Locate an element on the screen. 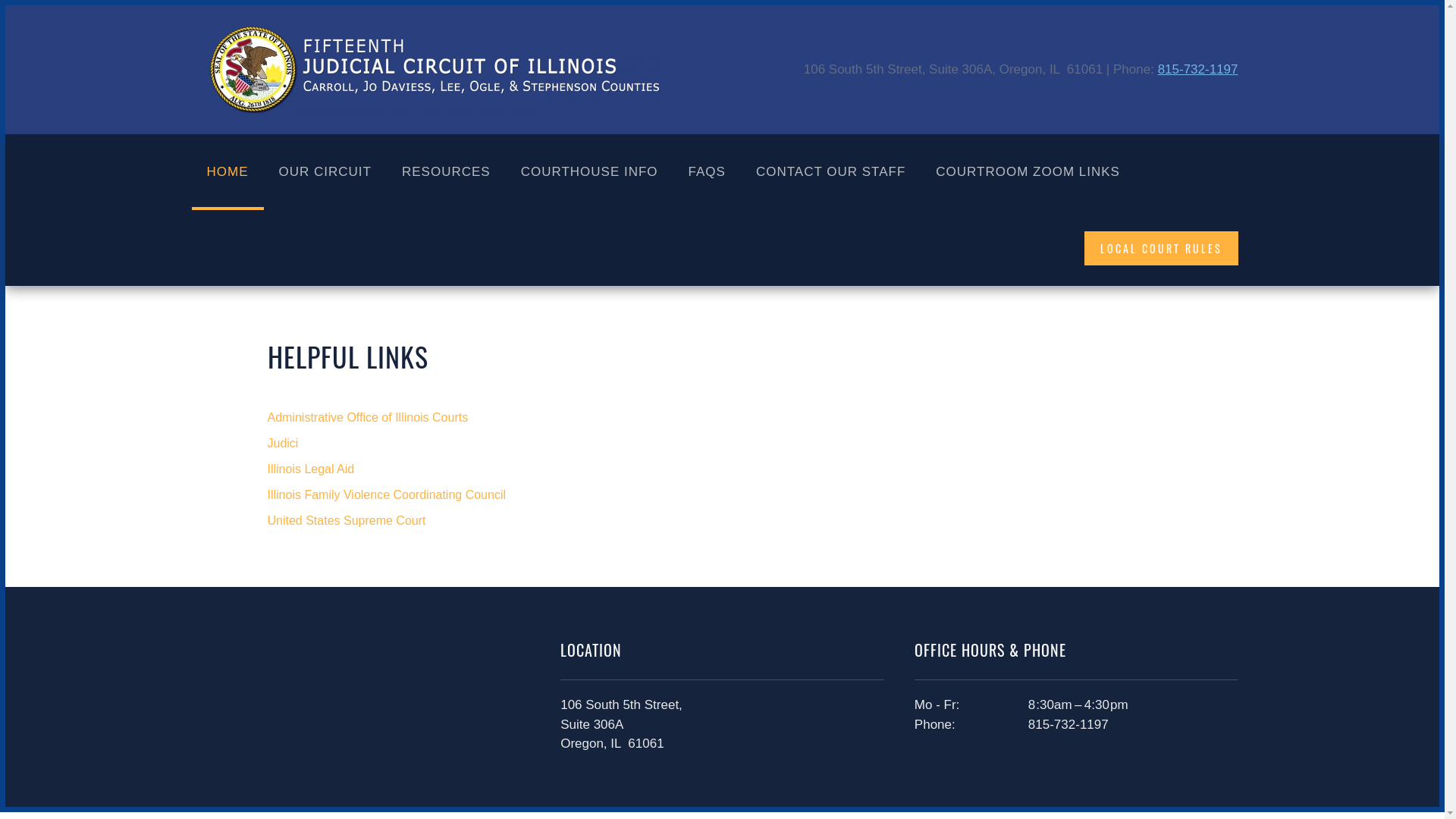 The image size is (1456, 819). 'COURTHOUSE INFO' is located at coordinates (588, 171).